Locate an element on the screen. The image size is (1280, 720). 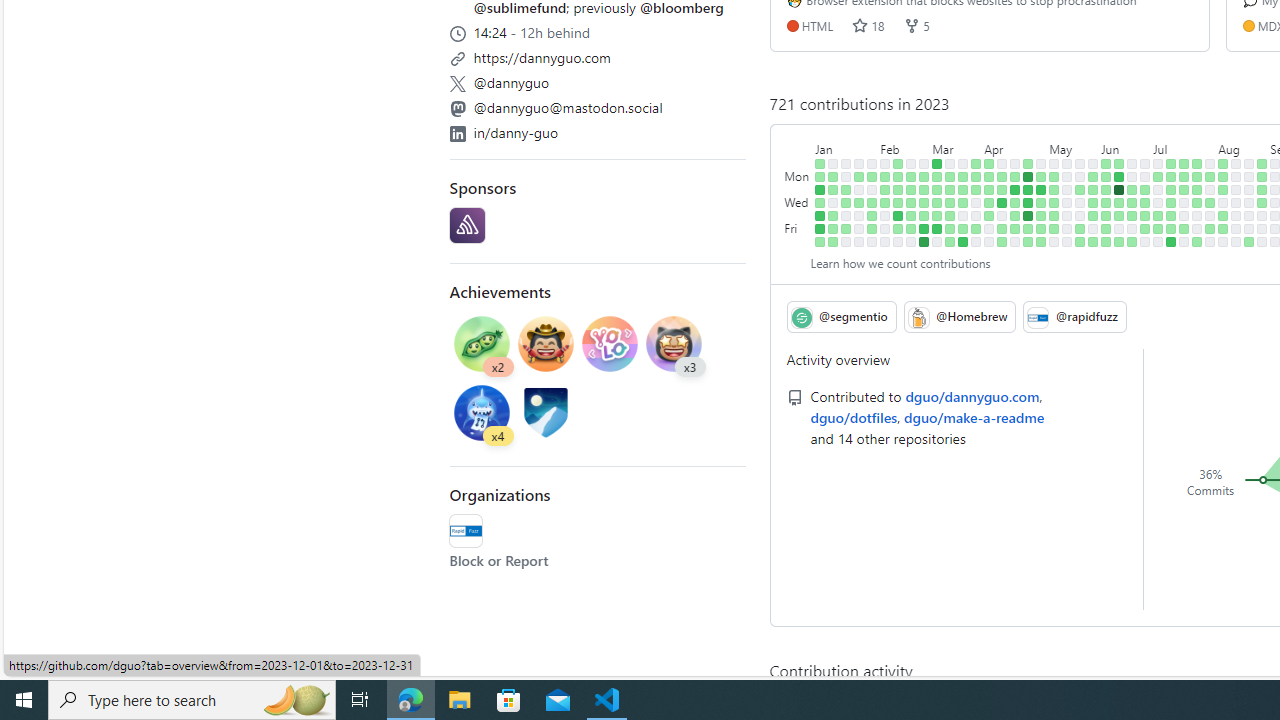
'March' is located at coordinates (955, 144).